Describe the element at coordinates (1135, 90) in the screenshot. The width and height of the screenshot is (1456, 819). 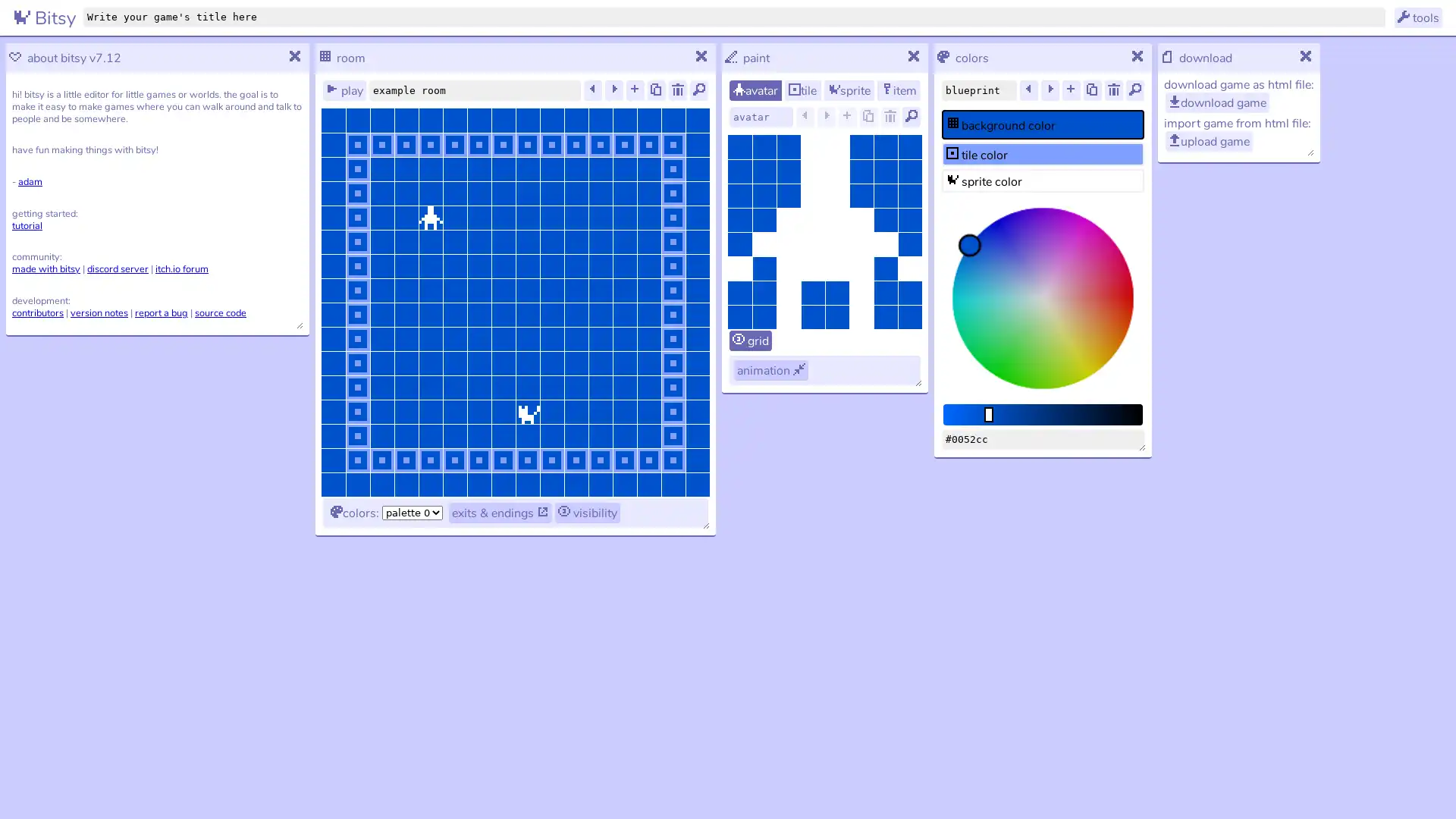
I see `open find tool: colors` at that location.